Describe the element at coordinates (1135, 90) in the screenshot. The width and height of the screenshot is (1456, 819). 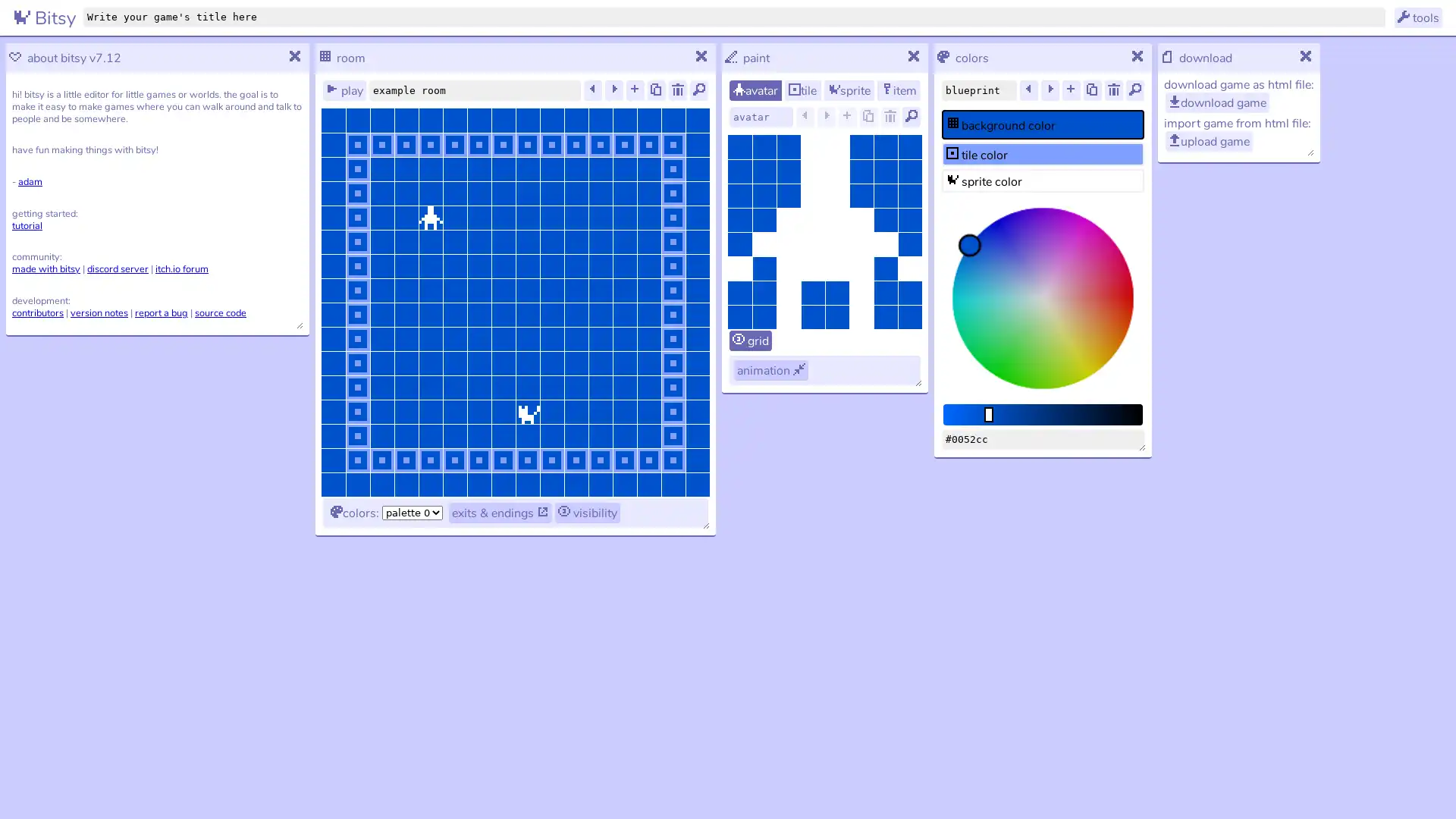
I see `open find tool: colors` at that location.